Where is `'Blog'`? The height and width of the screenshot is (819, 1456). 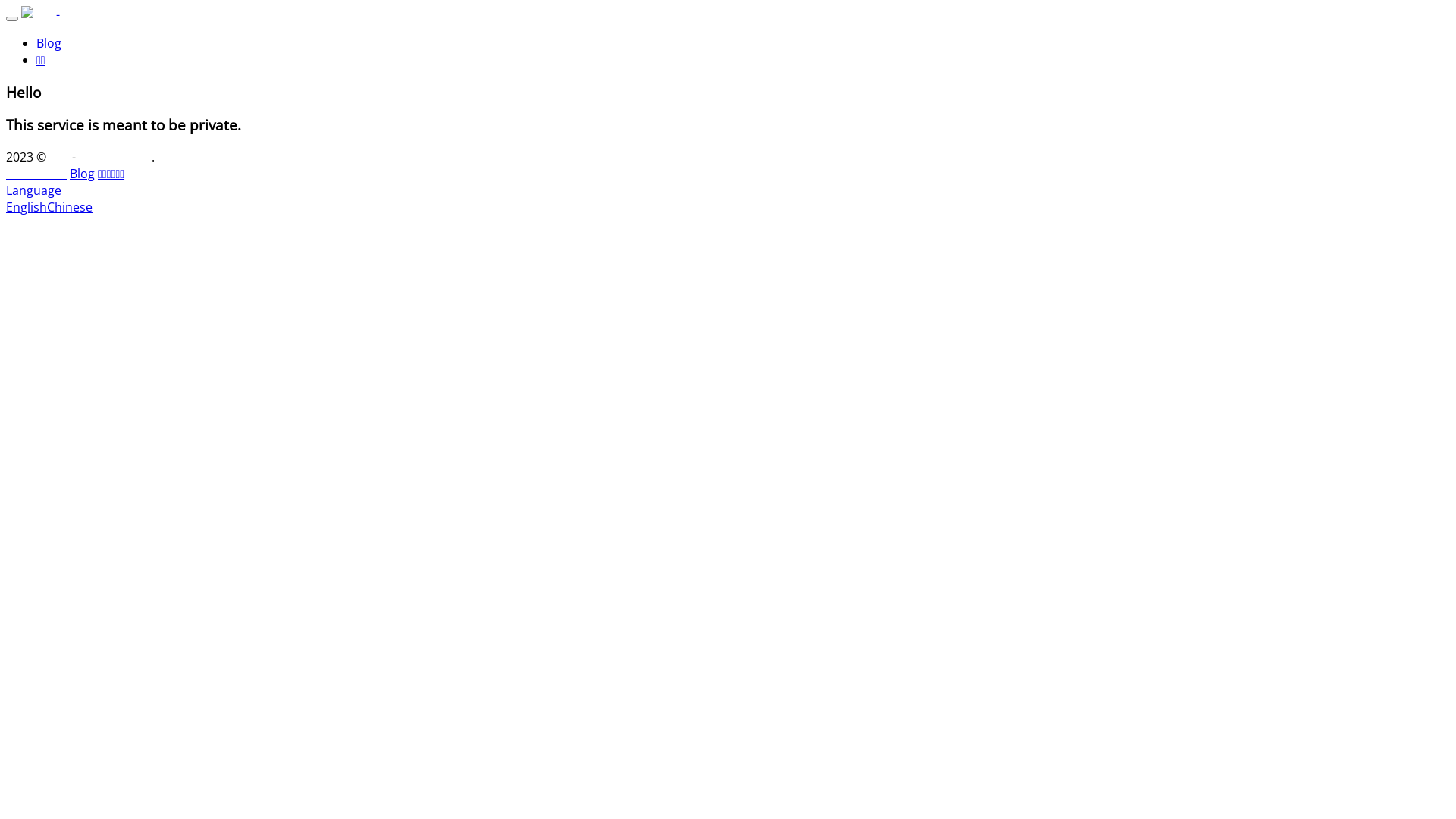
'Blog' is located at coordinates (49, 42).